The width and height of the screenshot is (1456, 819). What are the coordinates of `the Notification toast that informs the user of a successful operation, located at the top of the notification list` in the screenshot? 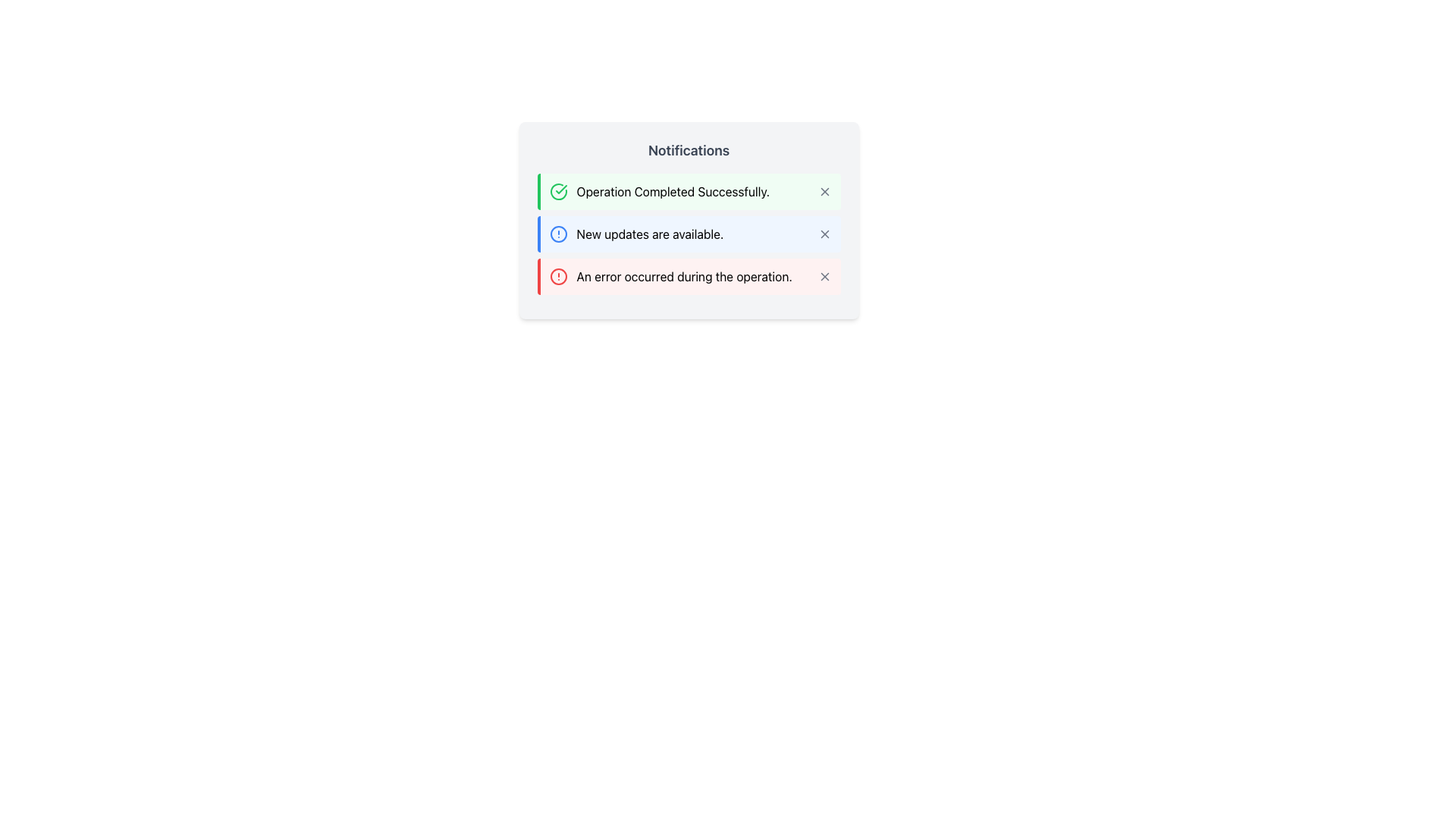 It's located at (688, 191).